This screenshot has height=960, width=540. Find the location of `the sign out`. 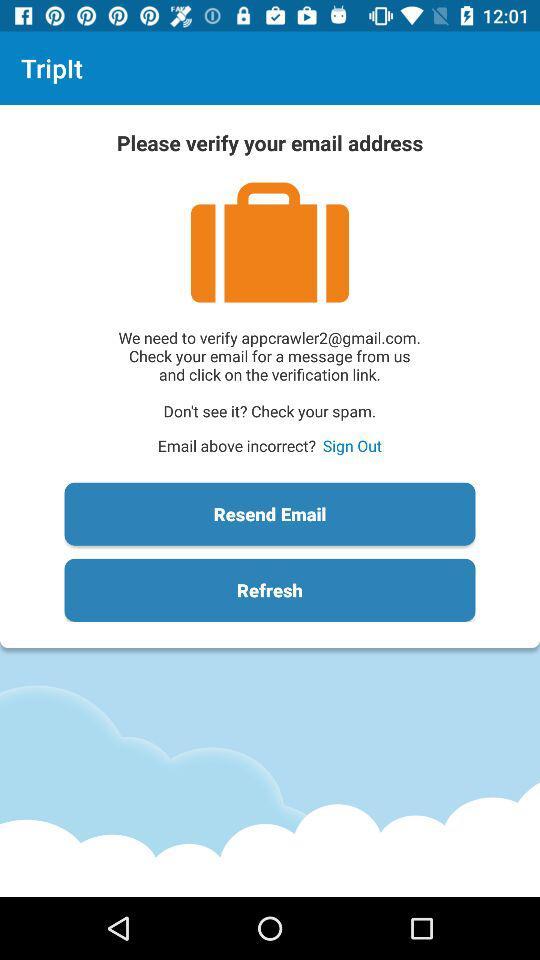

the sign out is located at coordinates (351, 445).